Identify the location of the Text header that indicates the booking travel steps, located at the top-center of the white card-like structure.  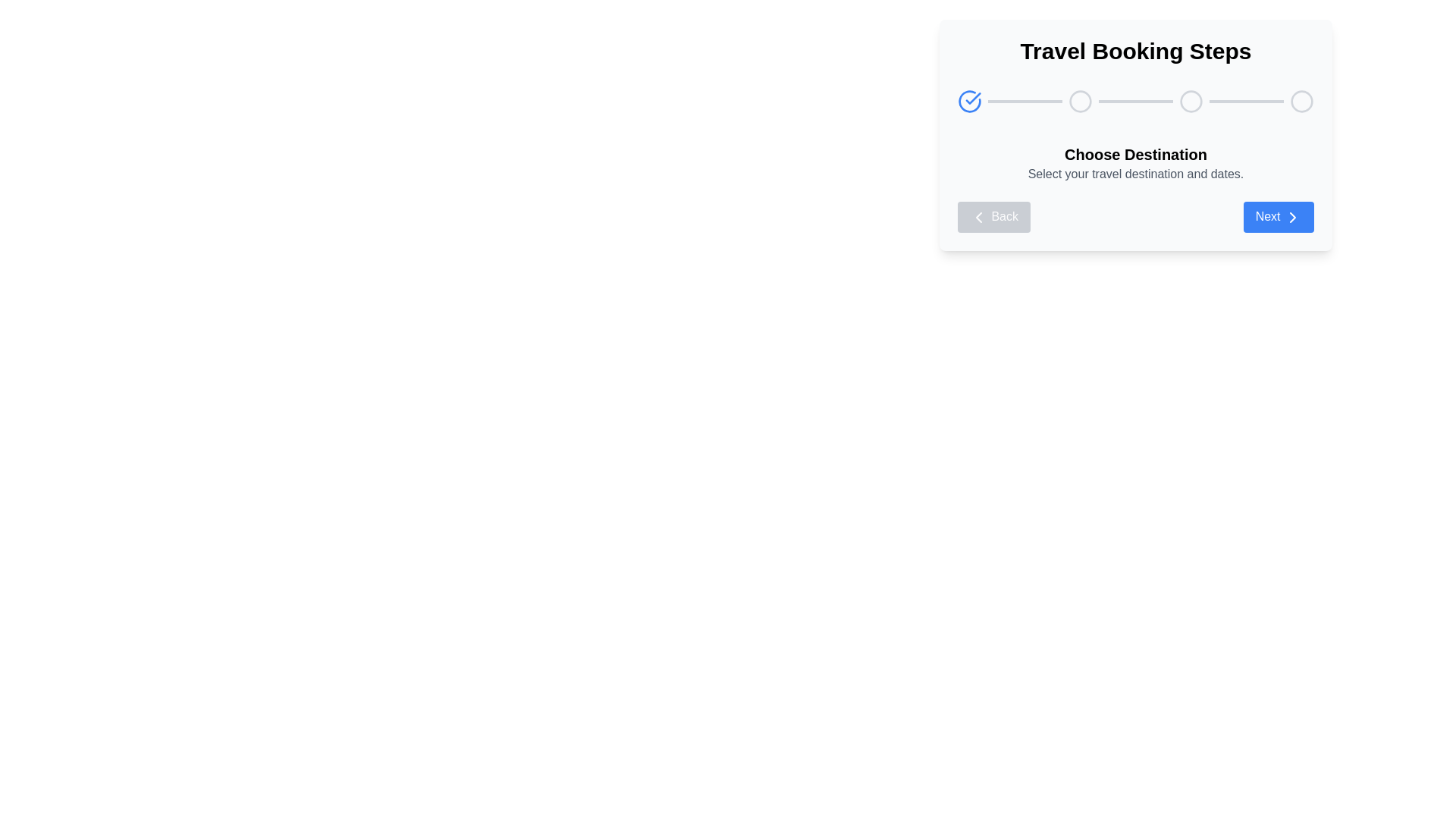
(1135, 51).